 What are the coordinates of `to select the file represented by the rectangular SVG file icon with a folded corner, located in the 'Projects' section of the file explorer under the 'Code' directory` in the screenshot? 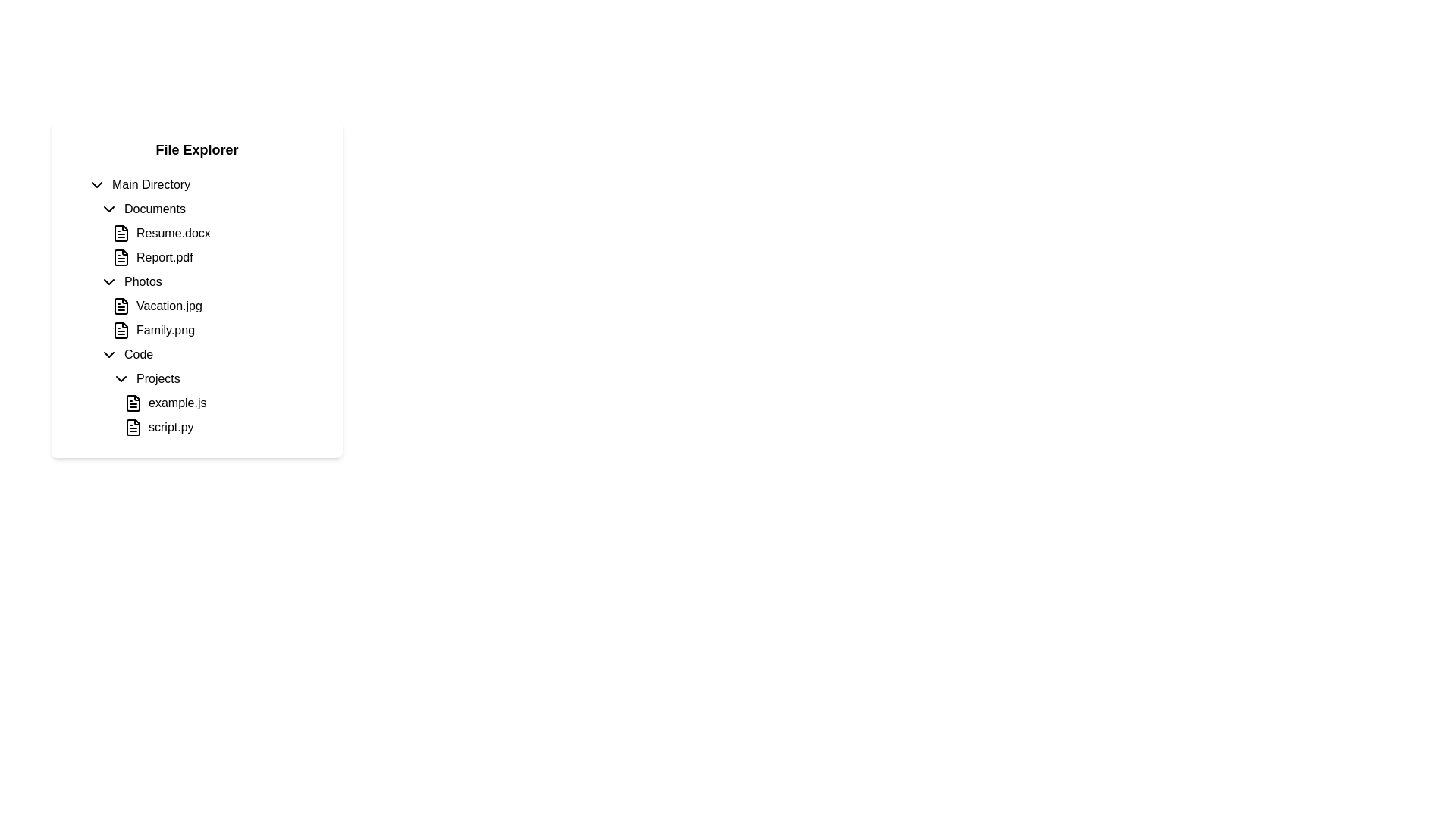 It's located at (133, 427).